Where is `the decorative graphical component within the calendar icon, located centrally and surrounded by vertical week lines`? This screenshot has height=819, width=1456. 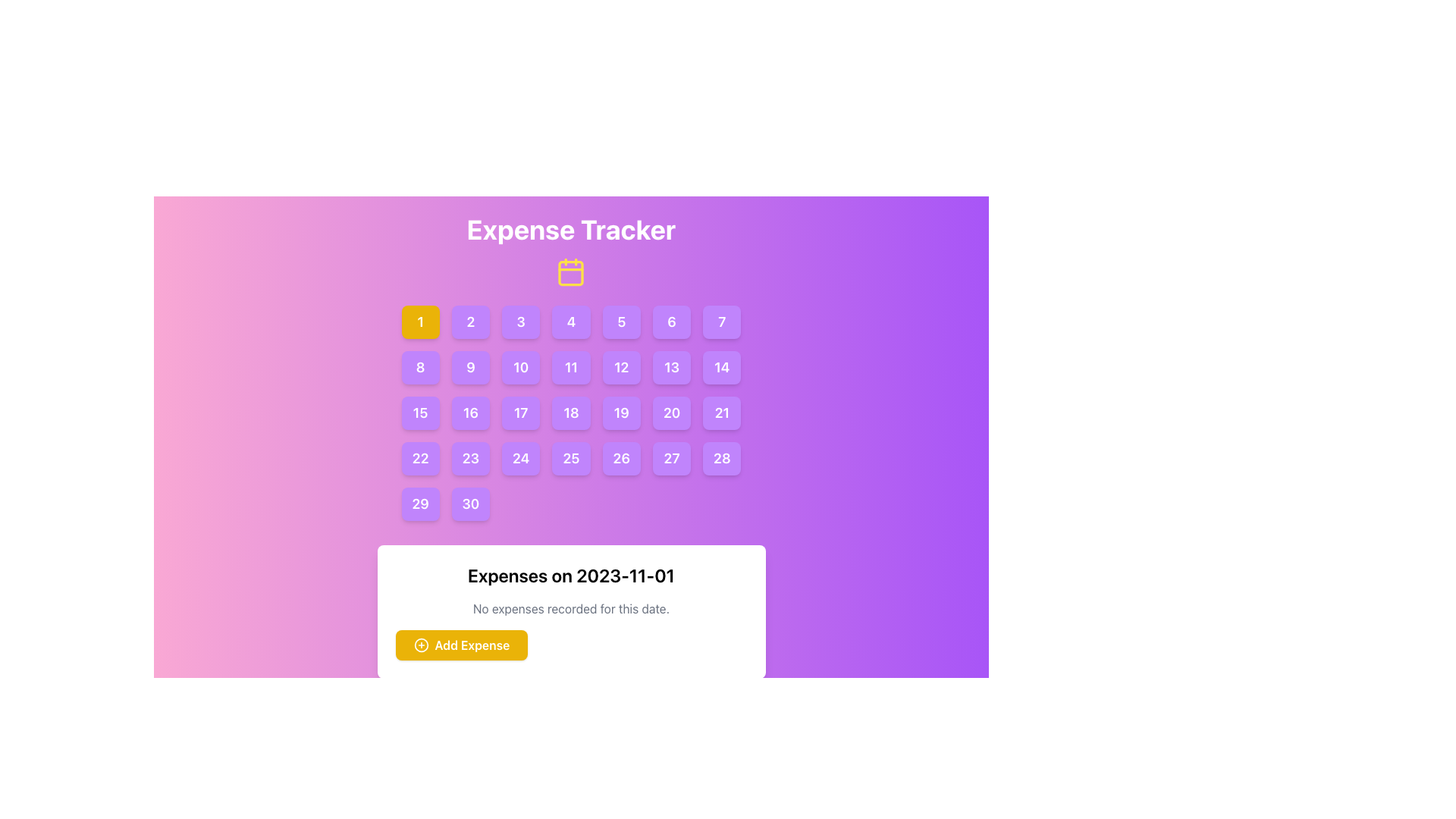 the decorative graphical component within the calendar icon, located centrally and surrounded by vertical week lines is located at coordinates (570, 273).